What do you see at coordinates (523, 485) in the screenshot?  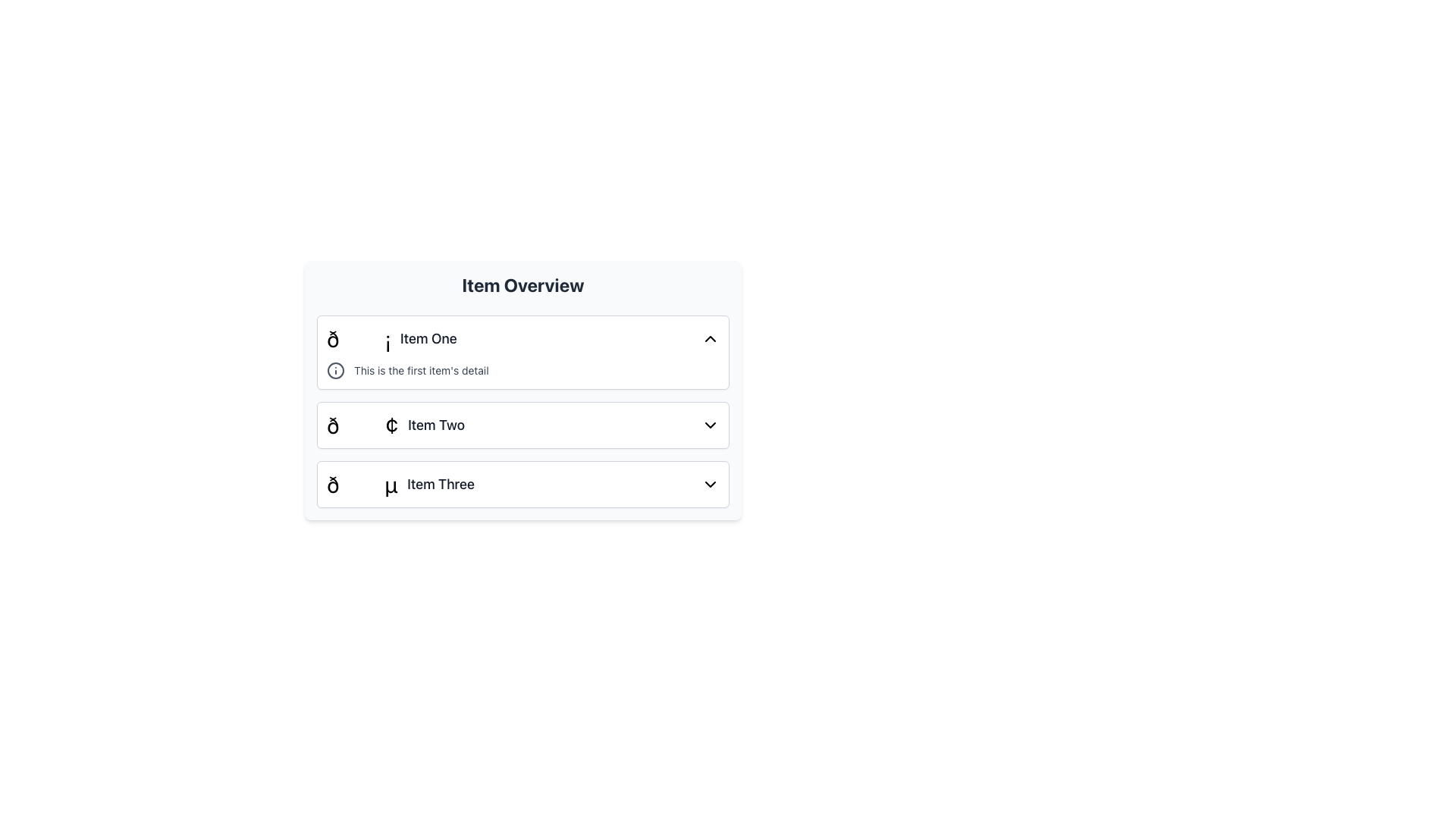 I see `the List Item displaying 'Item Three'` at bounding box center [523, 485].